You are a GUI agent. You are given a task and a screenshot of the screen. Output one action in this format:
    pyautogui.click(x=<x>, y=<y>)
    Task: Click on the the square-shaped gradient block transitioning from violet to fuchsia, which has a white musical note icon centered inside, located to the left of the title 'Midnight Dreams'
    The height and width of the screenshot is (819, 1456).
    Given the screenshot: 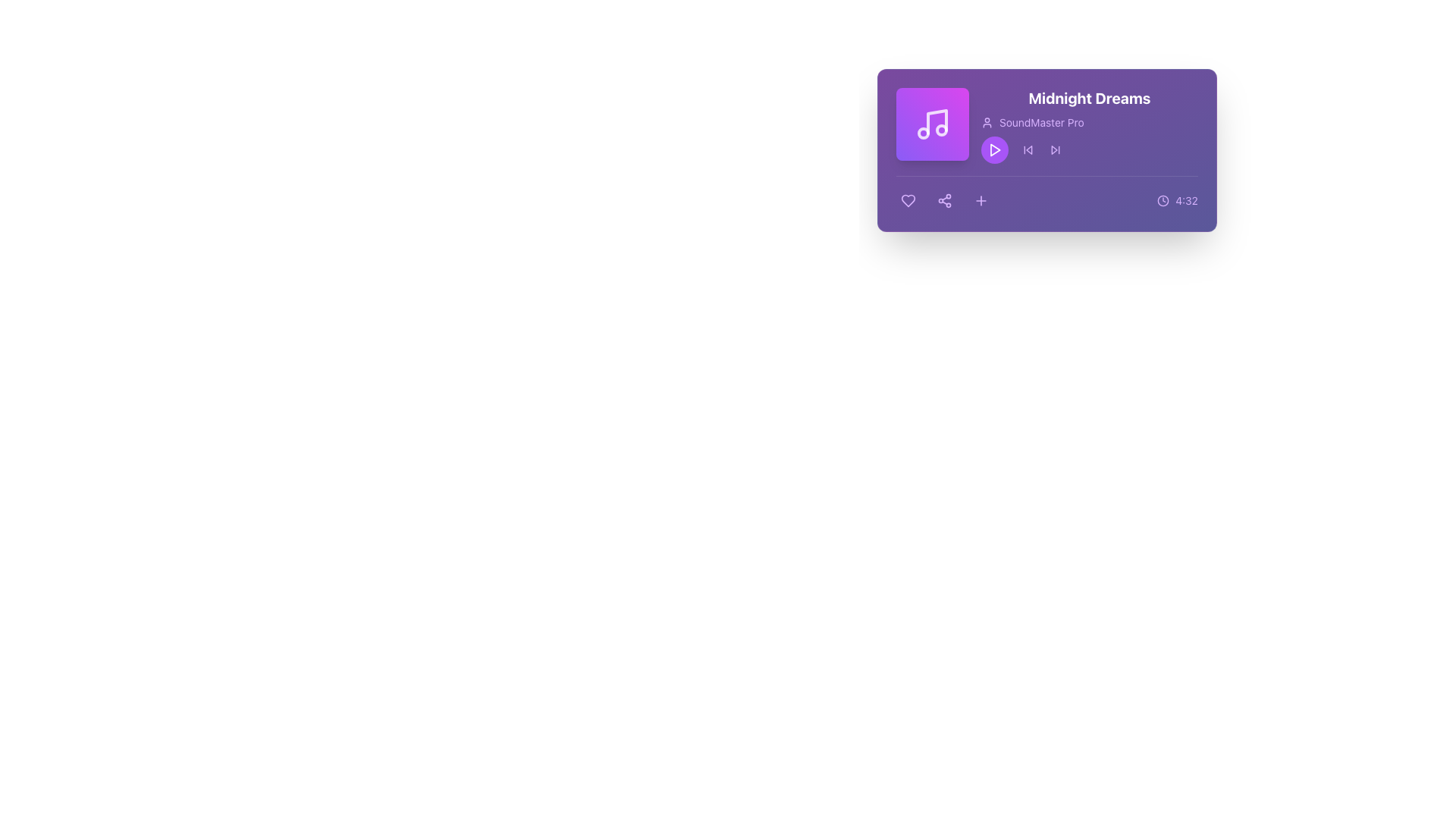 What is the action you would take?
    pyautogui.click(x=931, y=124)
    